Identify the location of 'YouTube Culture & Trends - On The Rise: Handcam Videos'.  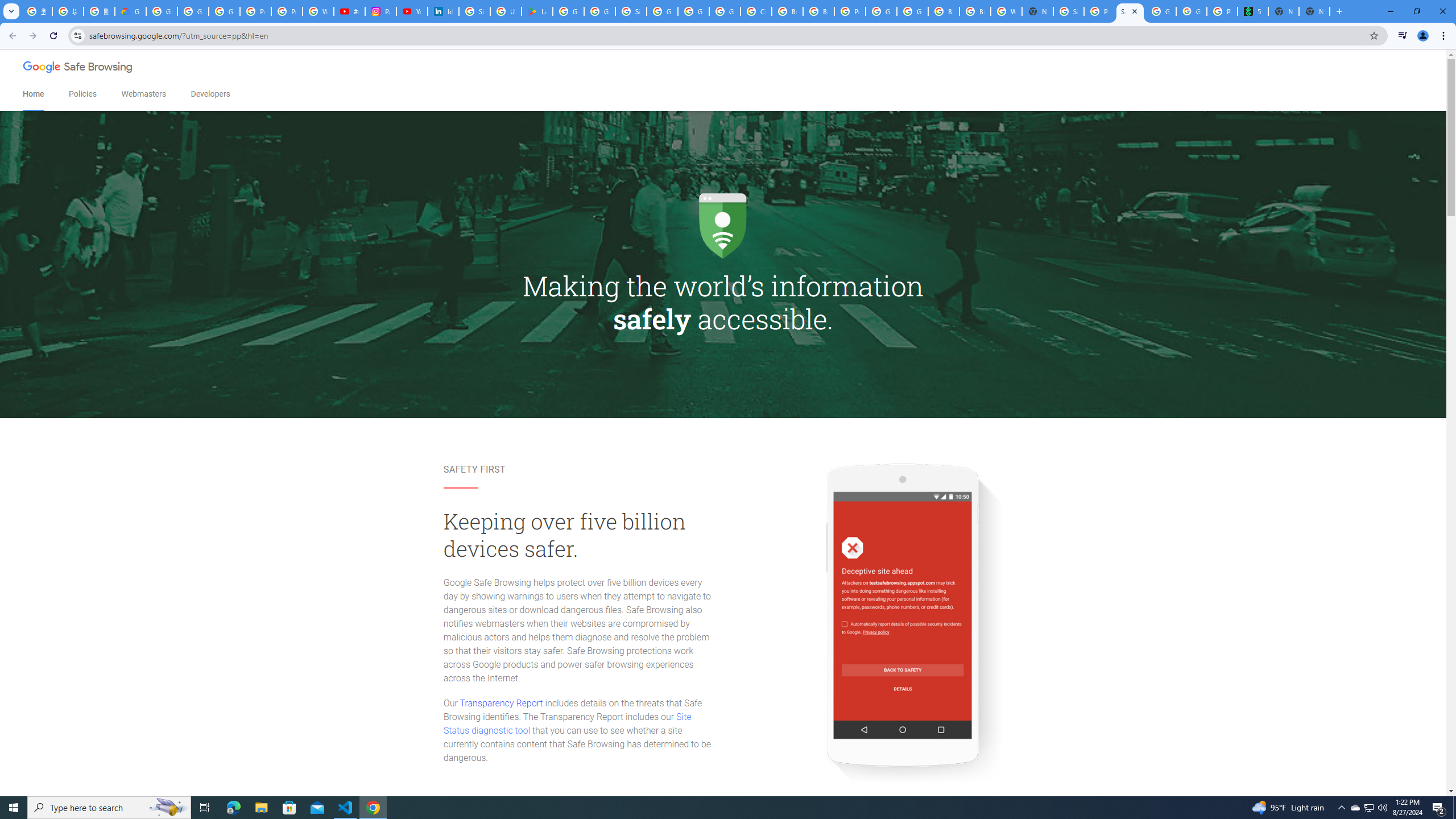
(411, 11).